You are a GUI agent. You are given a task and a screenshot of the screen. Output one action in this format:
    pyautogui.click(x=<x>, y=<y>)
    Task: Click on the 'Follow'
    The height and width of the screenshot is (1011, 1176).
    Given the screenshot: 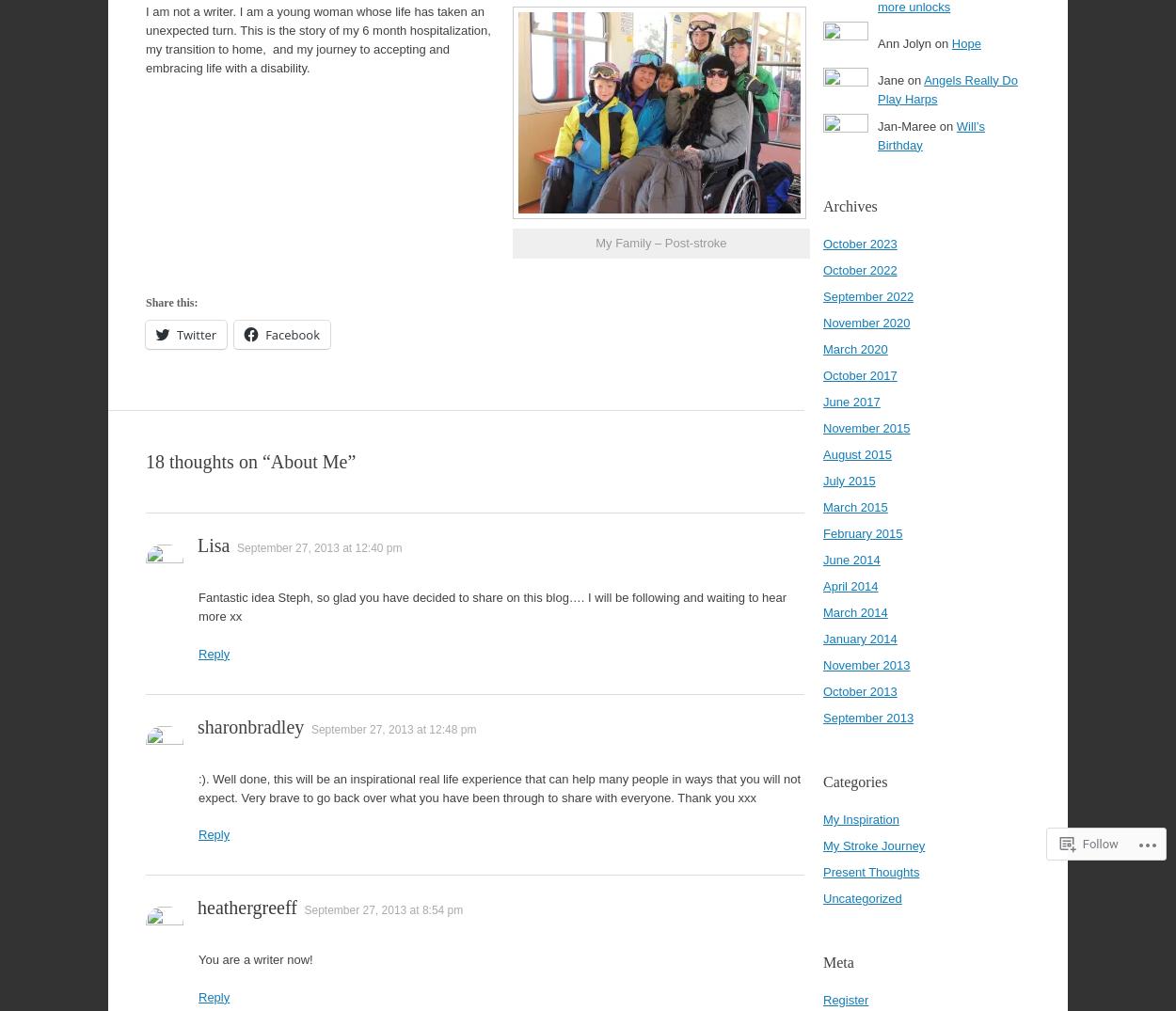 What is the action you would take?
    pyautogui.click(x=1100, y=843)
    